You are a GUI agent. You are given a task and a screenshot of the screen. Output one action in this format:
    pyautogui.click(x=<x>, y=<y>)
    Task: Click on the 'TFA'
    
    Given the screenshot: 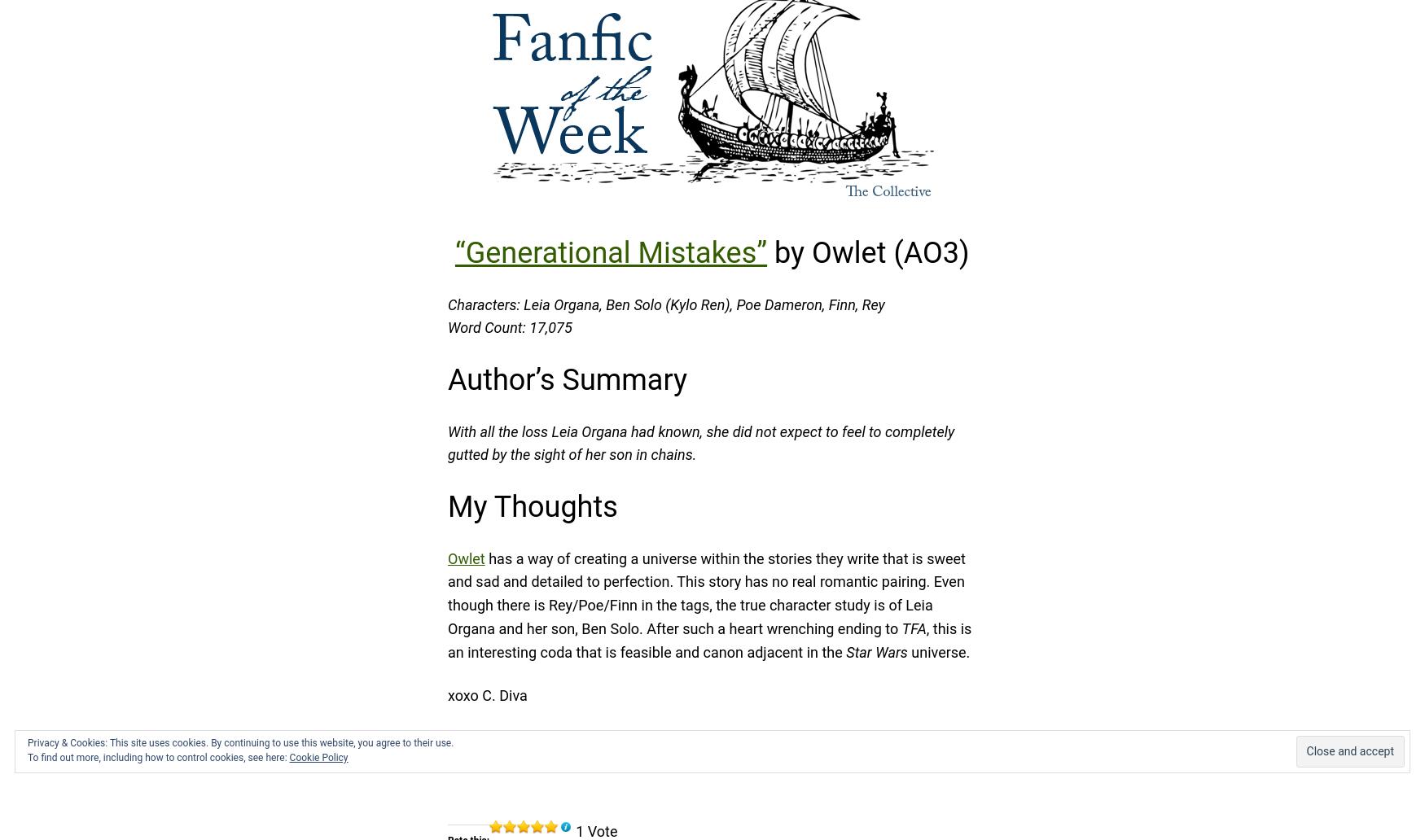 What is the action you would take?
    pyautogui.click(x=913, y=627)
    